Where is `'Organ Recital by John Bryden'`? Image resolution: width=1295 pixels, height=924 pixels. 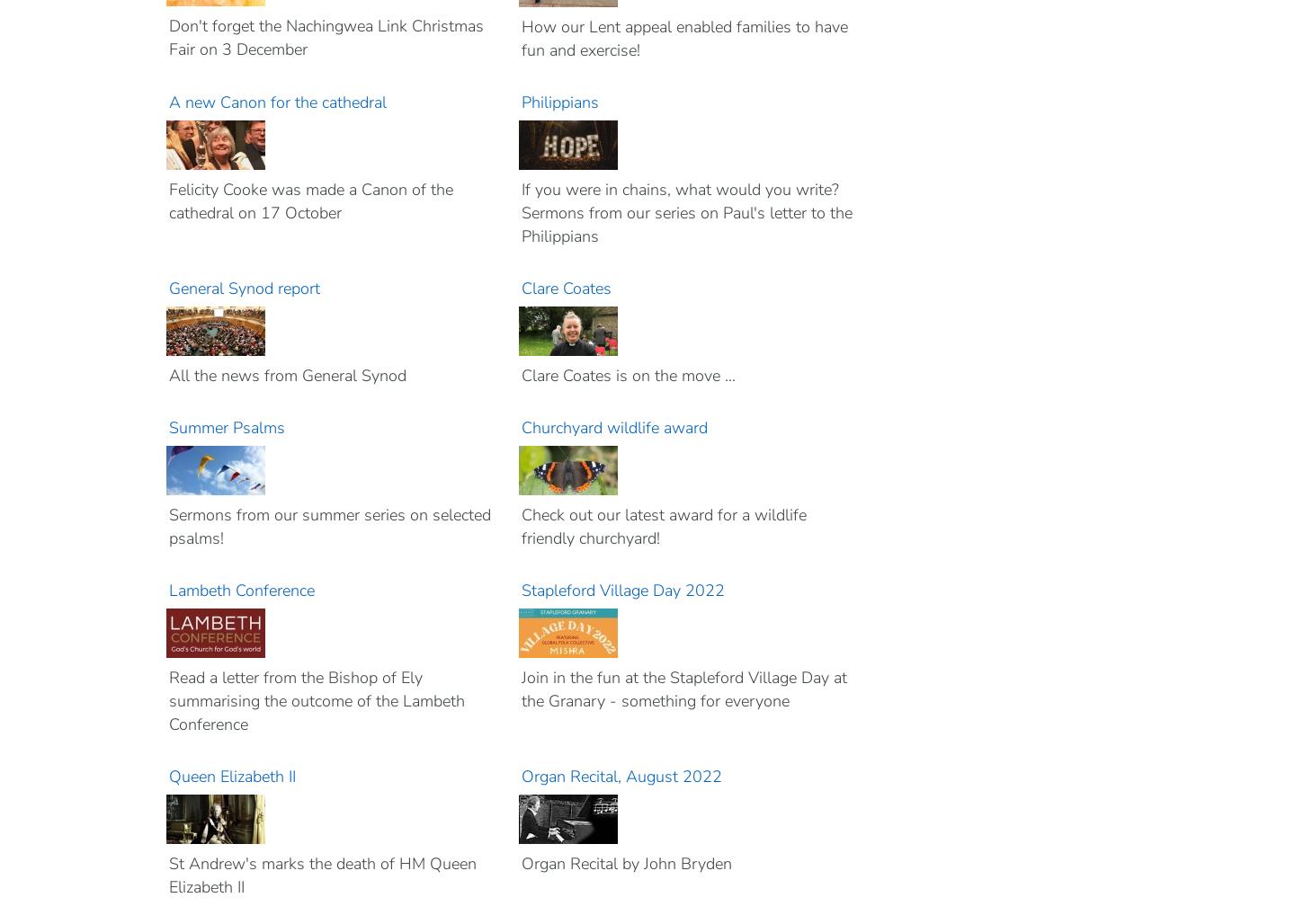 'Organ Recital by John Bryden' is located at coordinates (521, 863).